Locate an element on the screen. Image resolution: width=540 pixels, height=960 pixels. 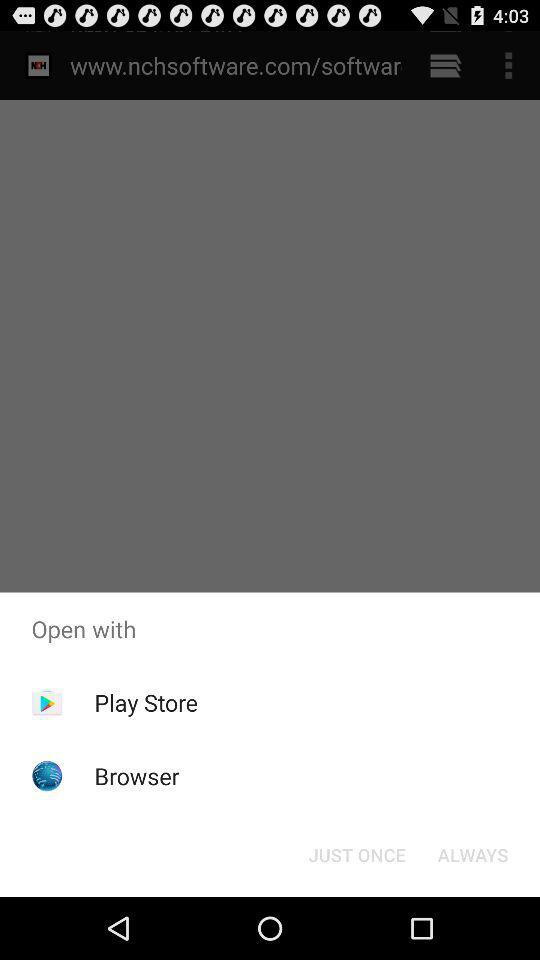
the icon below open with app is located at coordinates (145, 702).